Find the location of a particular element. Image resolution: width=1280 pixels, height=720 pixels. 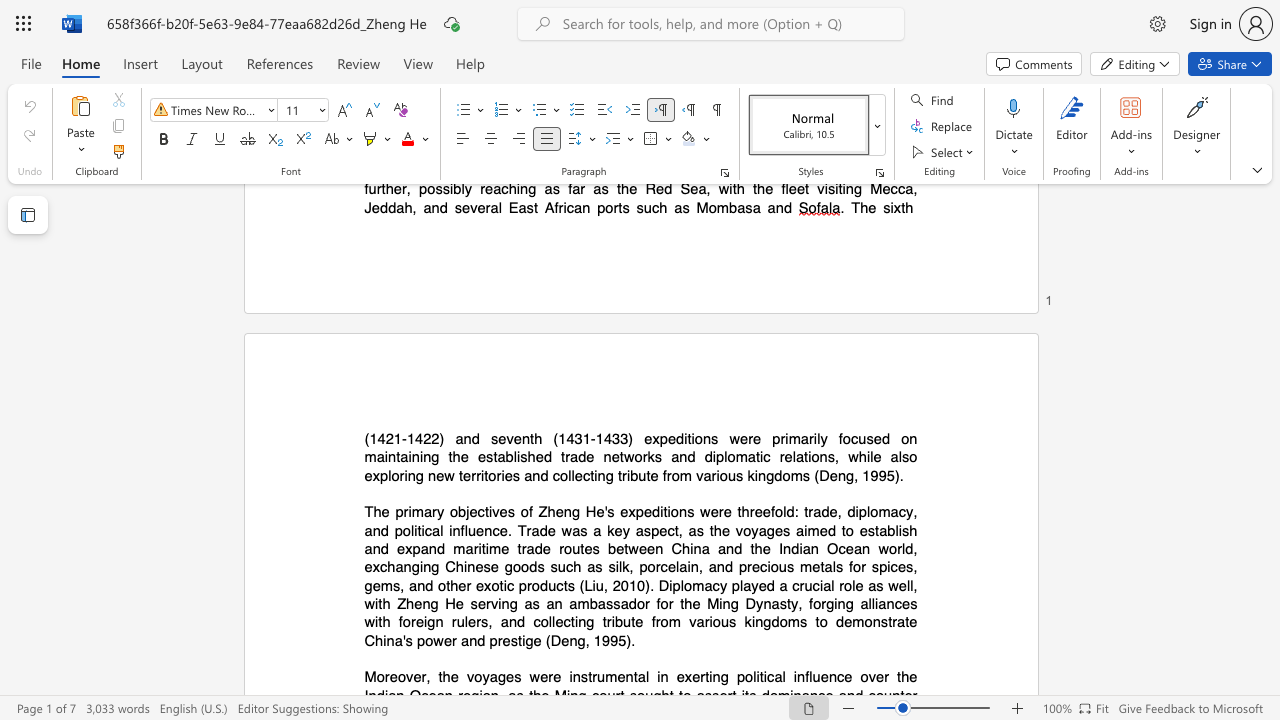

the space between the continuous character "i" and "p" in the text is located at coordinates (673, 585).